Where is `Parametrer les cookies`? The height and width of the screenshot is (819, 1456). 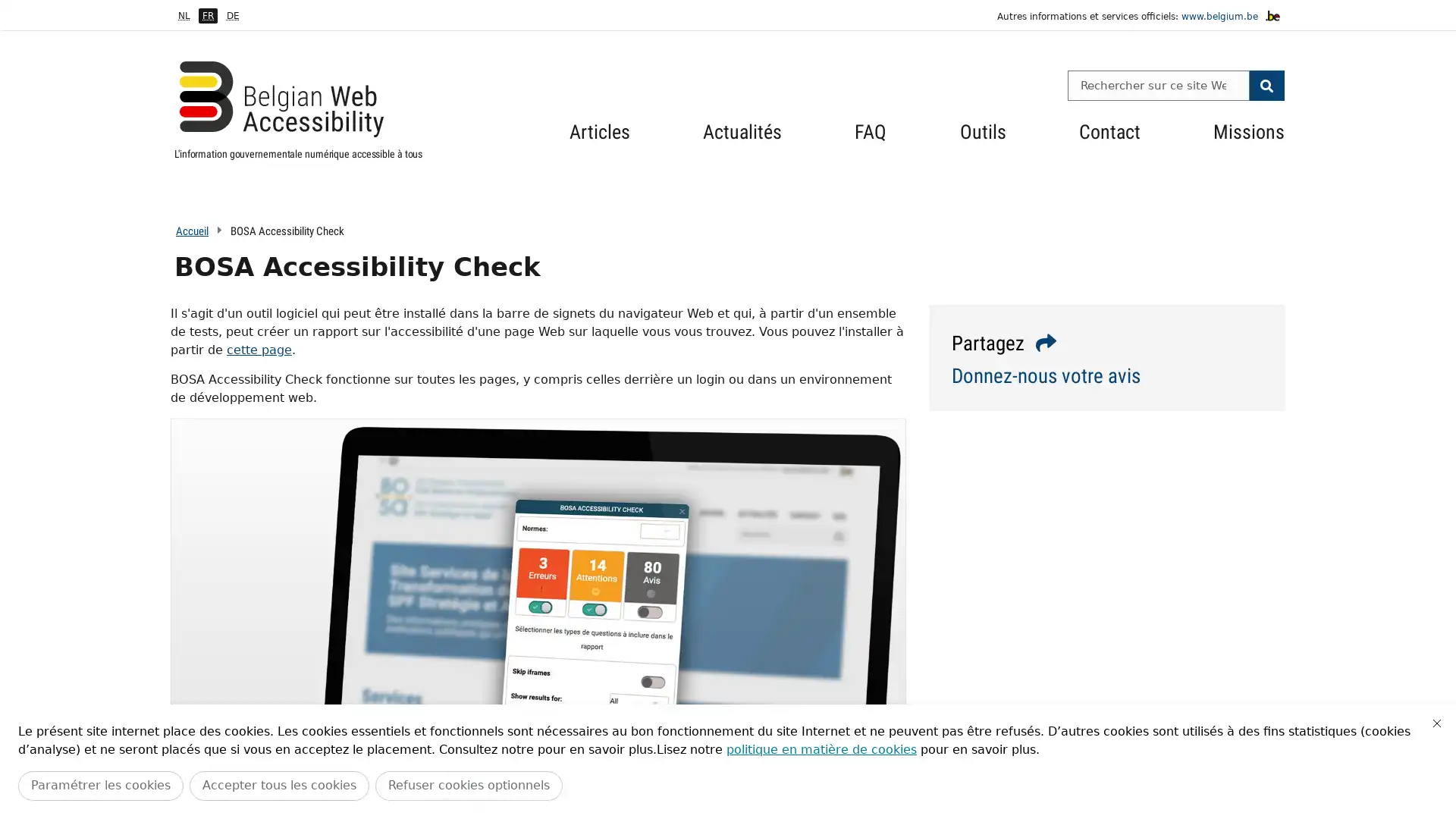 Parametrer les cookies is located at coordinates (100, 785).